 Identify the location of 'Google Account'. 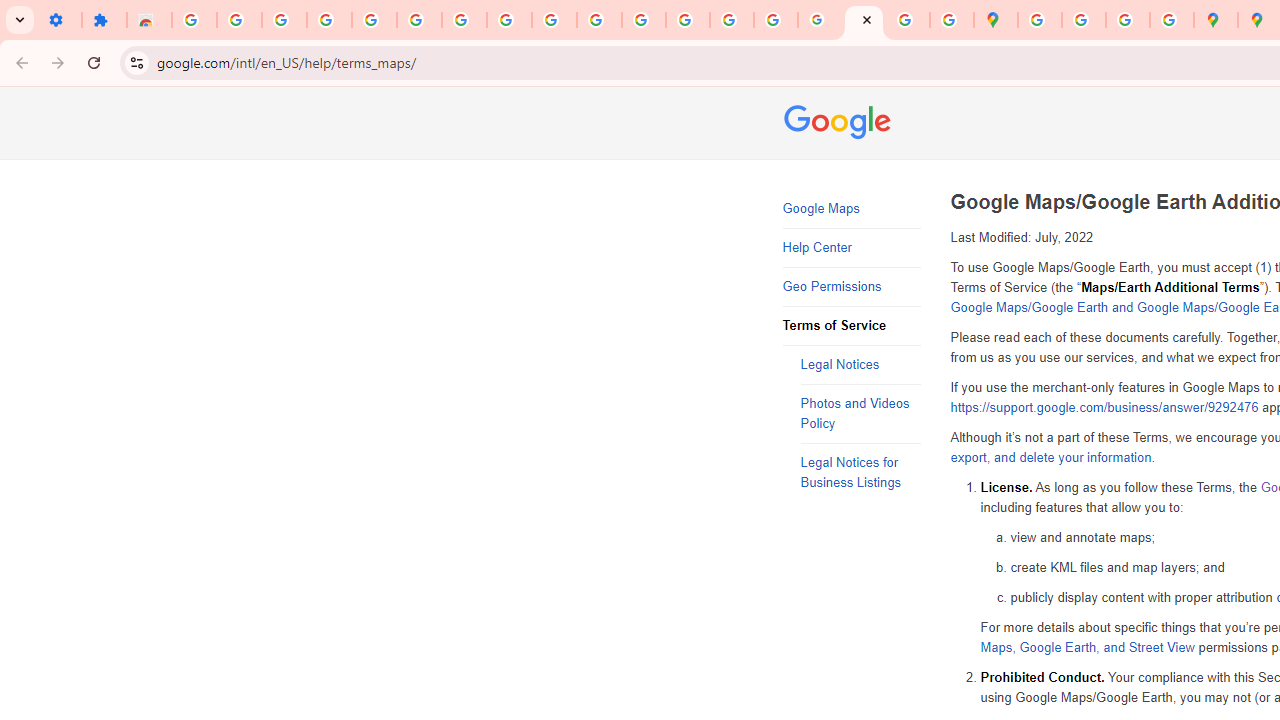
(509, 20).